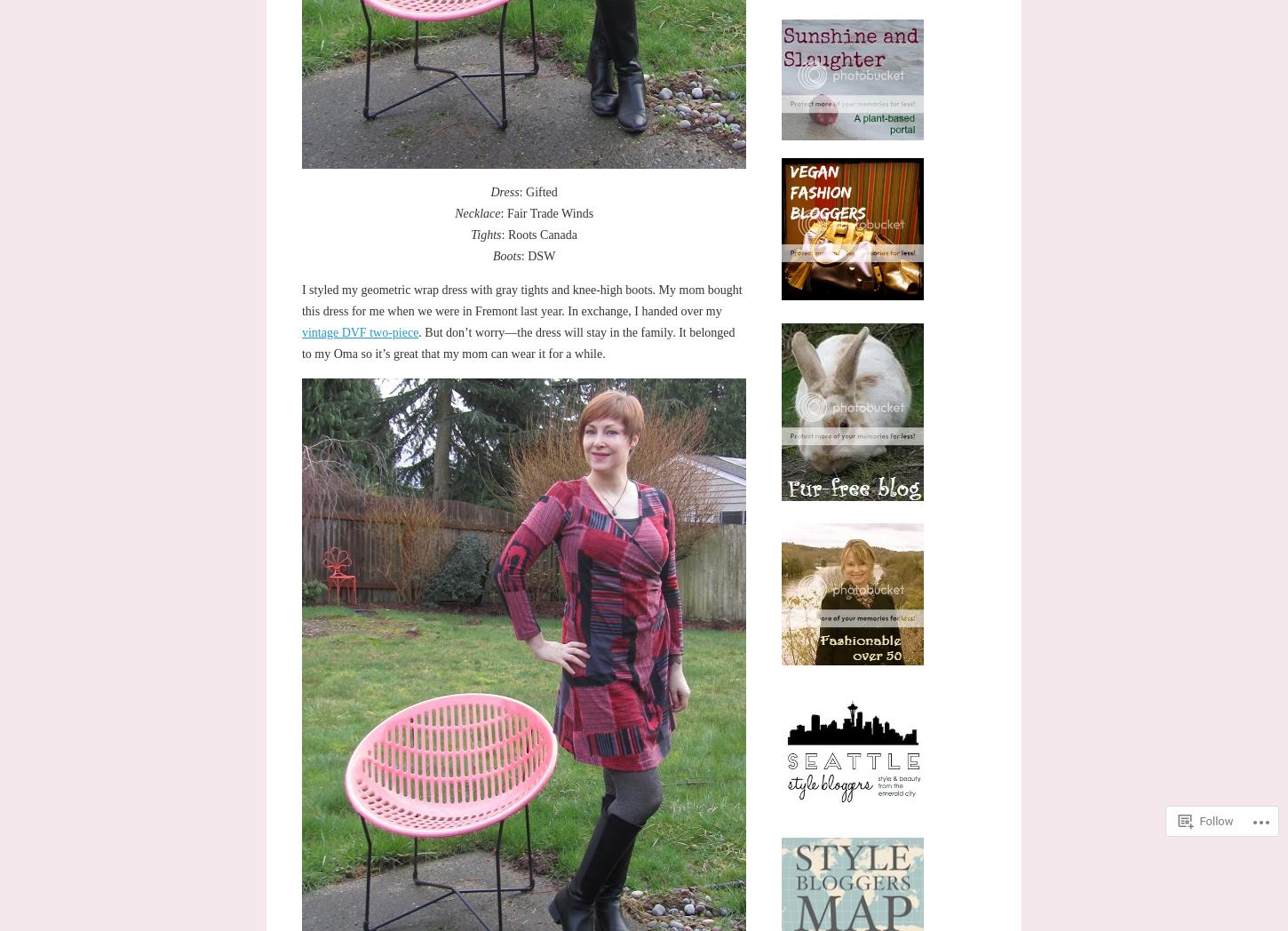 The image size is (1288, 931). Describe the element at coordinates (545, 212) in the screenshot. I see `': Fair Trade Winds'` at that location.